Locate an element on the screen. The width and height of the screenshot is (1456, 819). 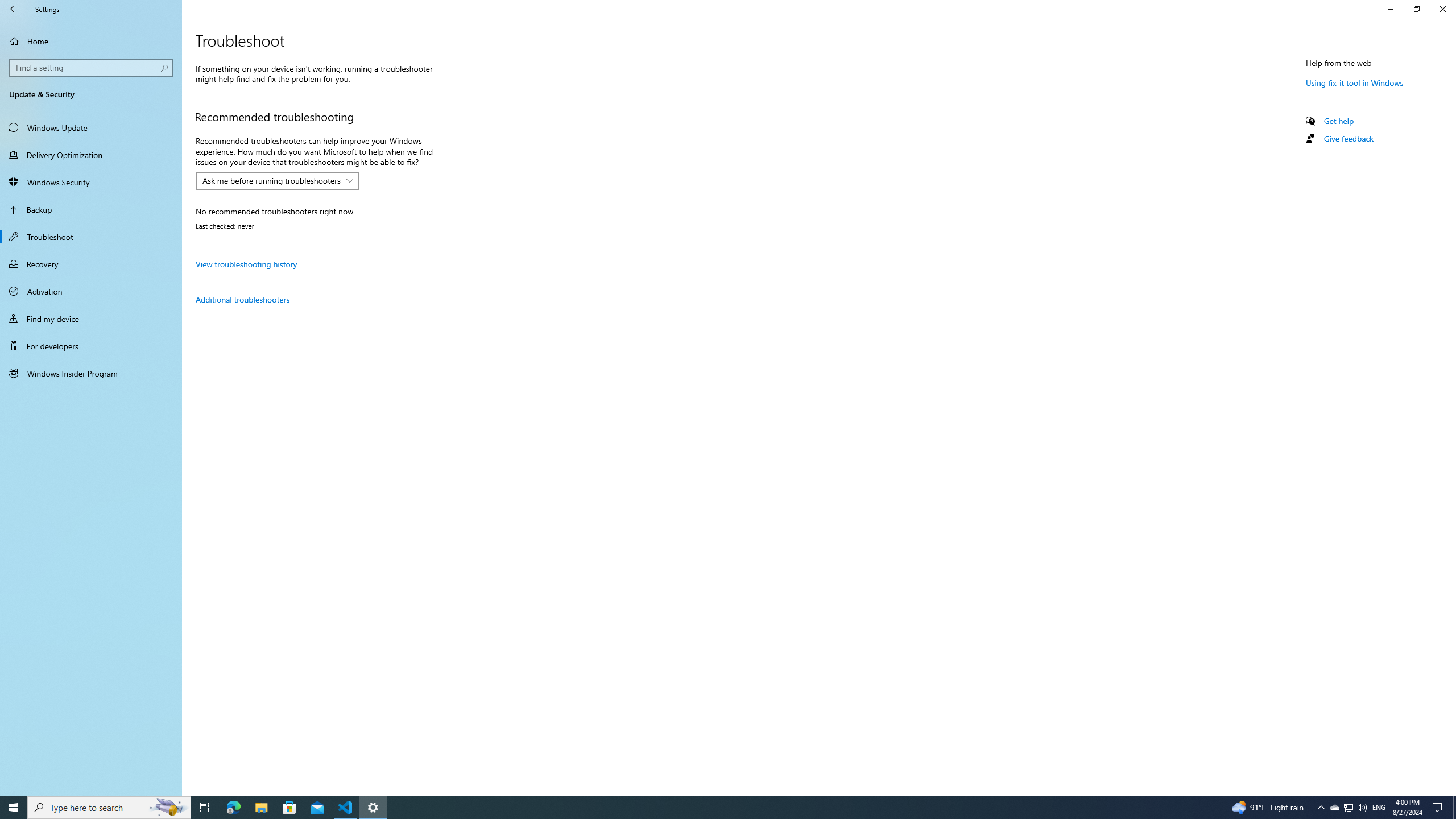
'Windows Security' is located at coordinates (90, 181).